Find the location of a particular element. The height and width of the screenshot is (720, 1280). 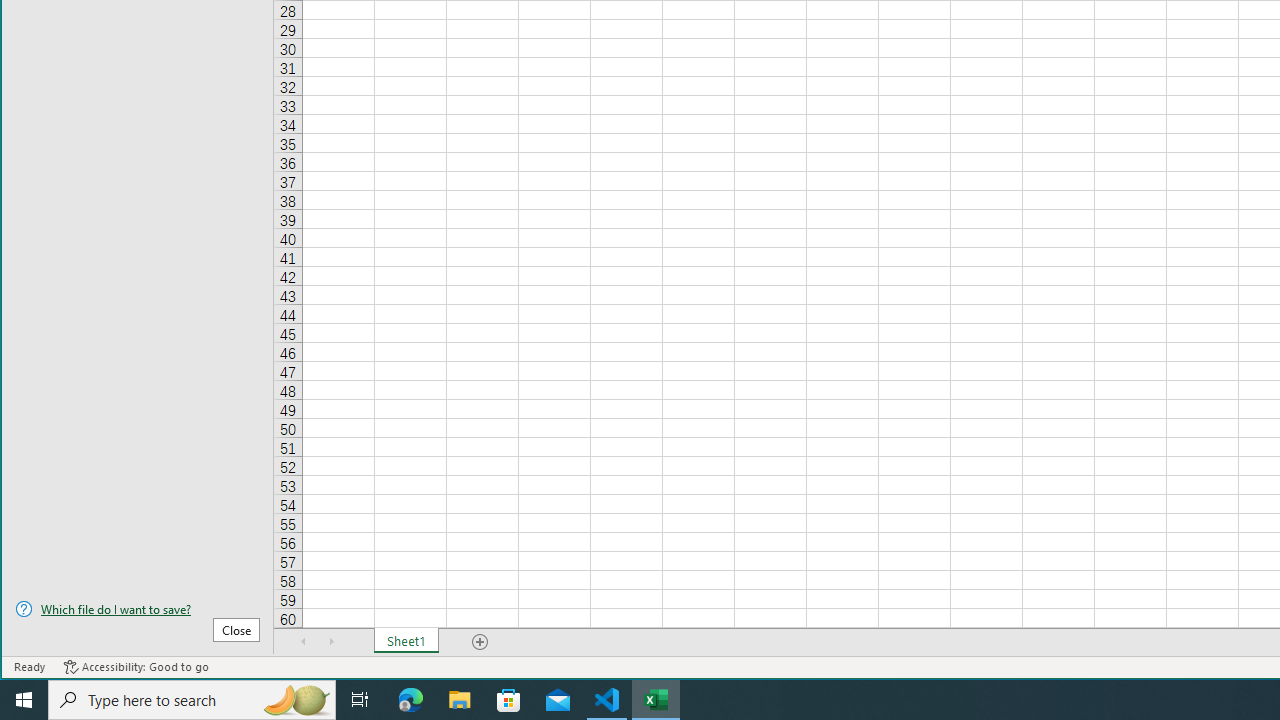

'Search highlights icon opens search home window' is located at coordinates (294, 698).